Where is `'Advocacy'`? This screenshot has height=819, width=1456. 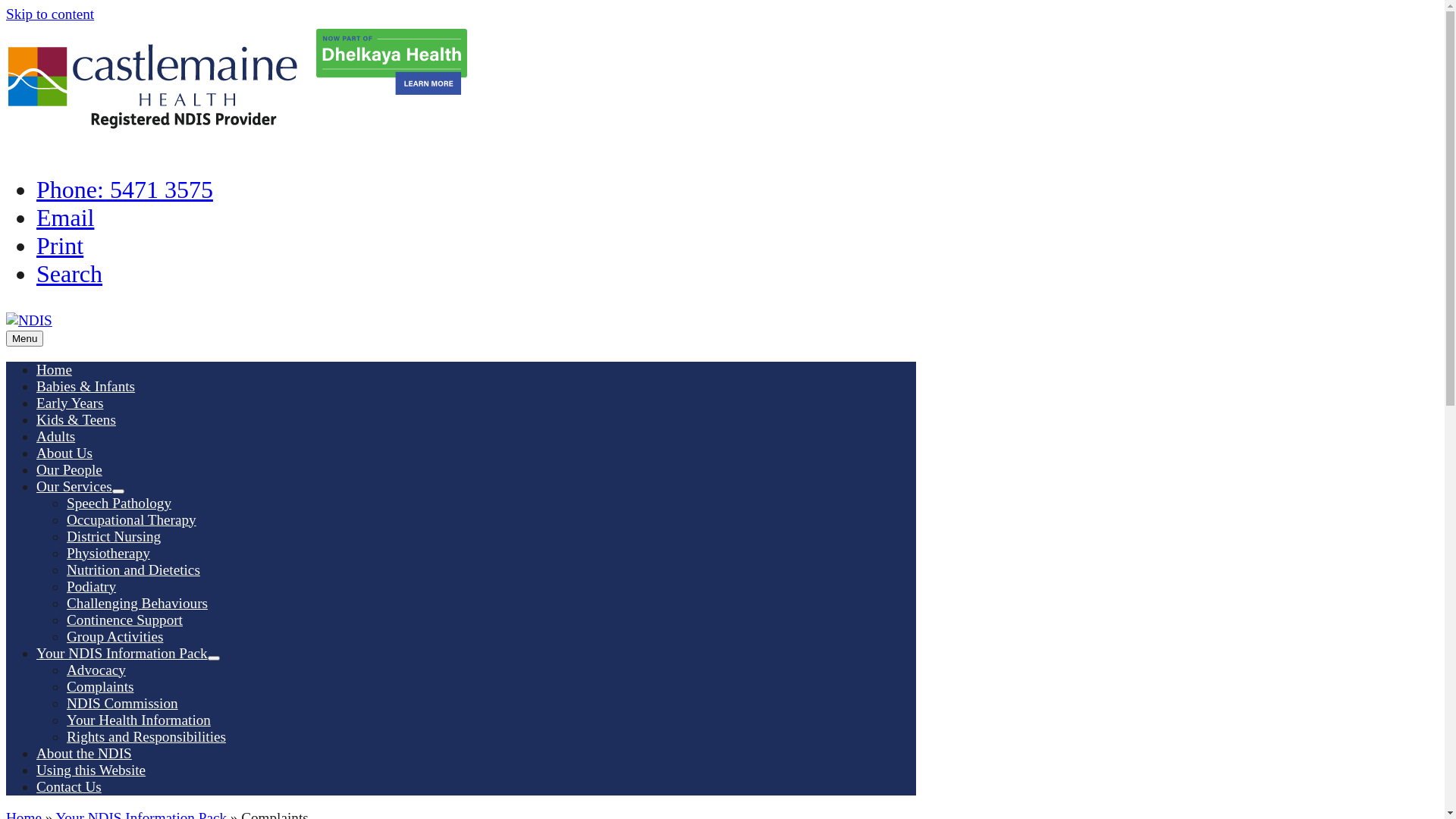 'Advocacy' is located at coordinates (95, 669).